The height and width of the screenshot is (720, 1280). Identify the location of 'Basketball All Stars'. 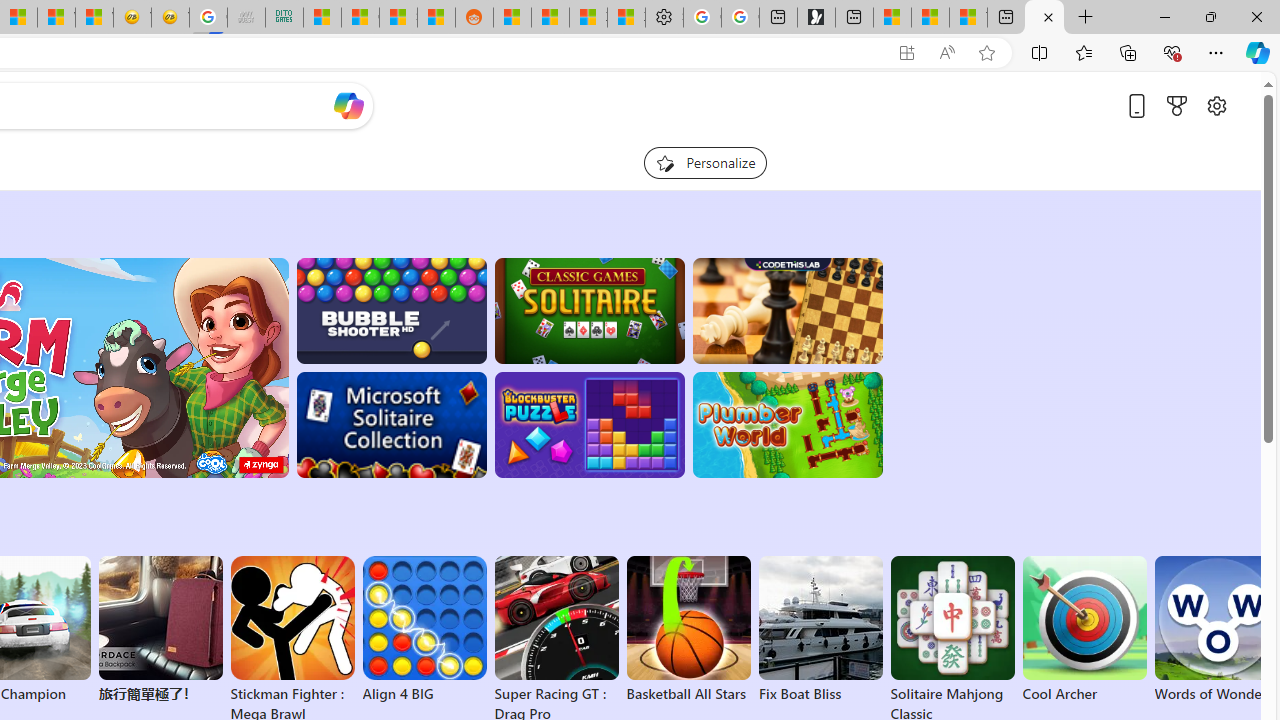
(688, 630).